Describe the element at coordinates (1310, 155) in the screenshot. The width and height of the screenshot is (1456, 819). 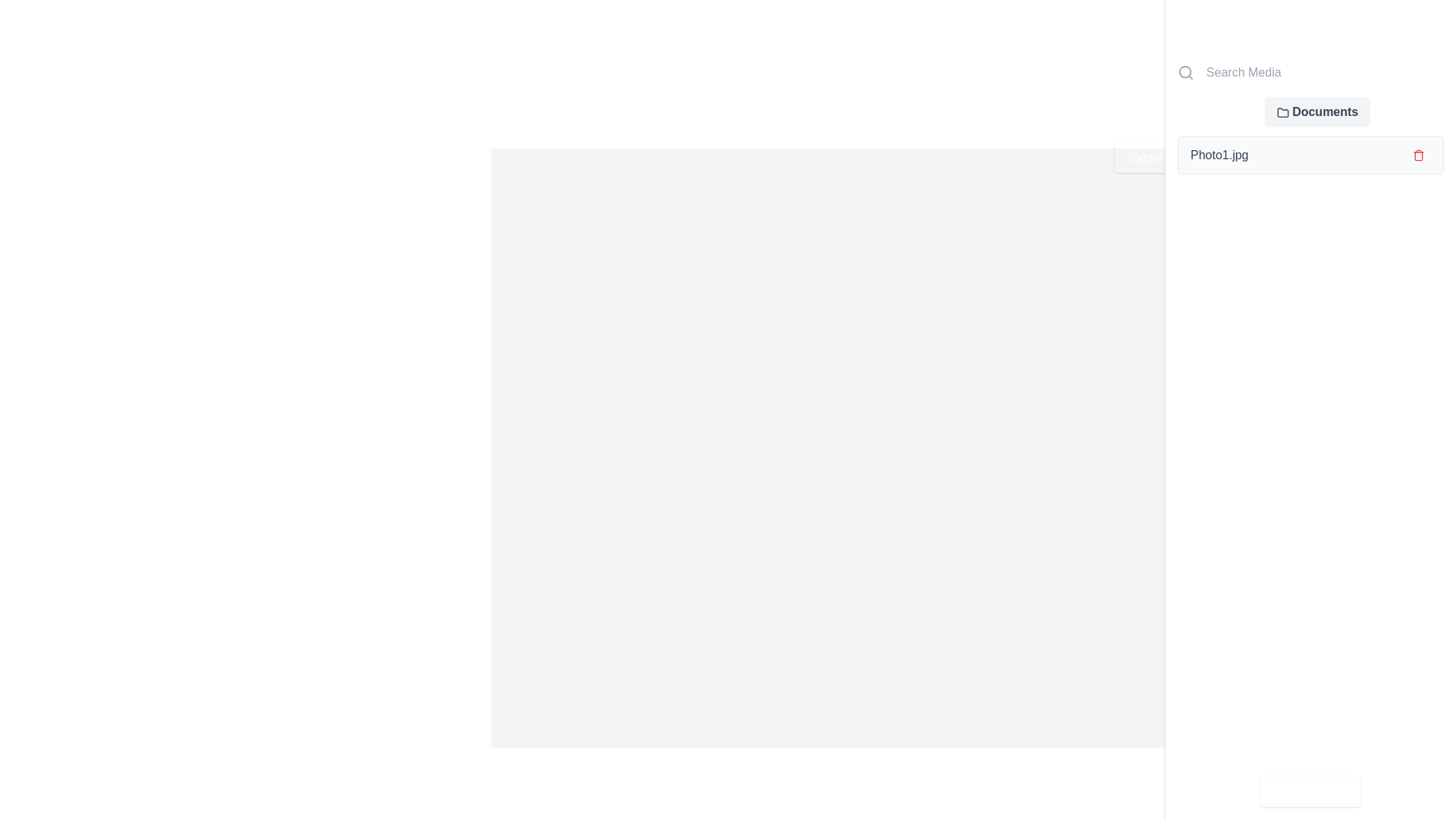
I see `the List item containing the text 'Photo1.jpg' and the red action icon` at that location.